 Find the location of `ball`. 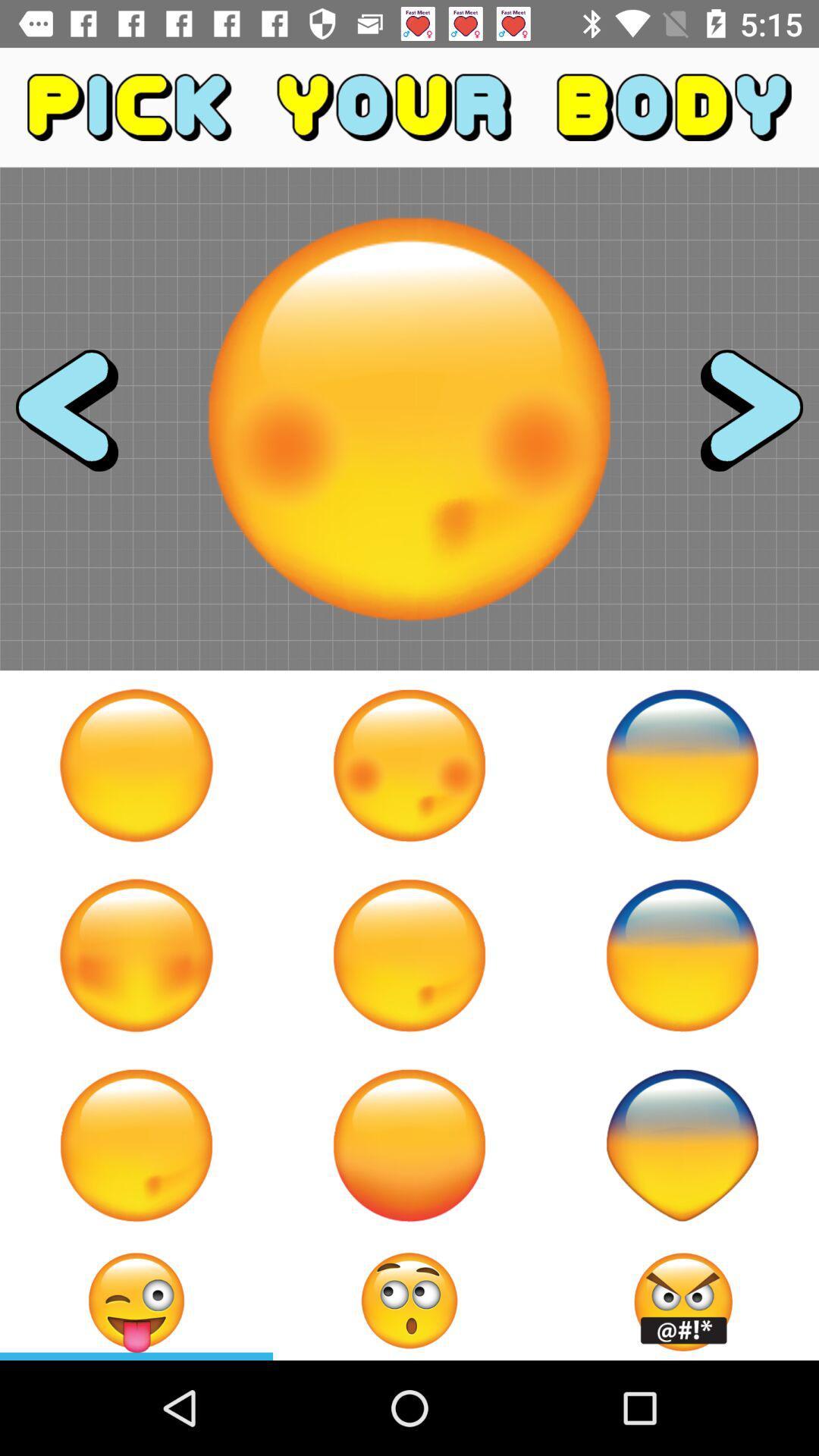

ball is located at coordinates (136, 954).